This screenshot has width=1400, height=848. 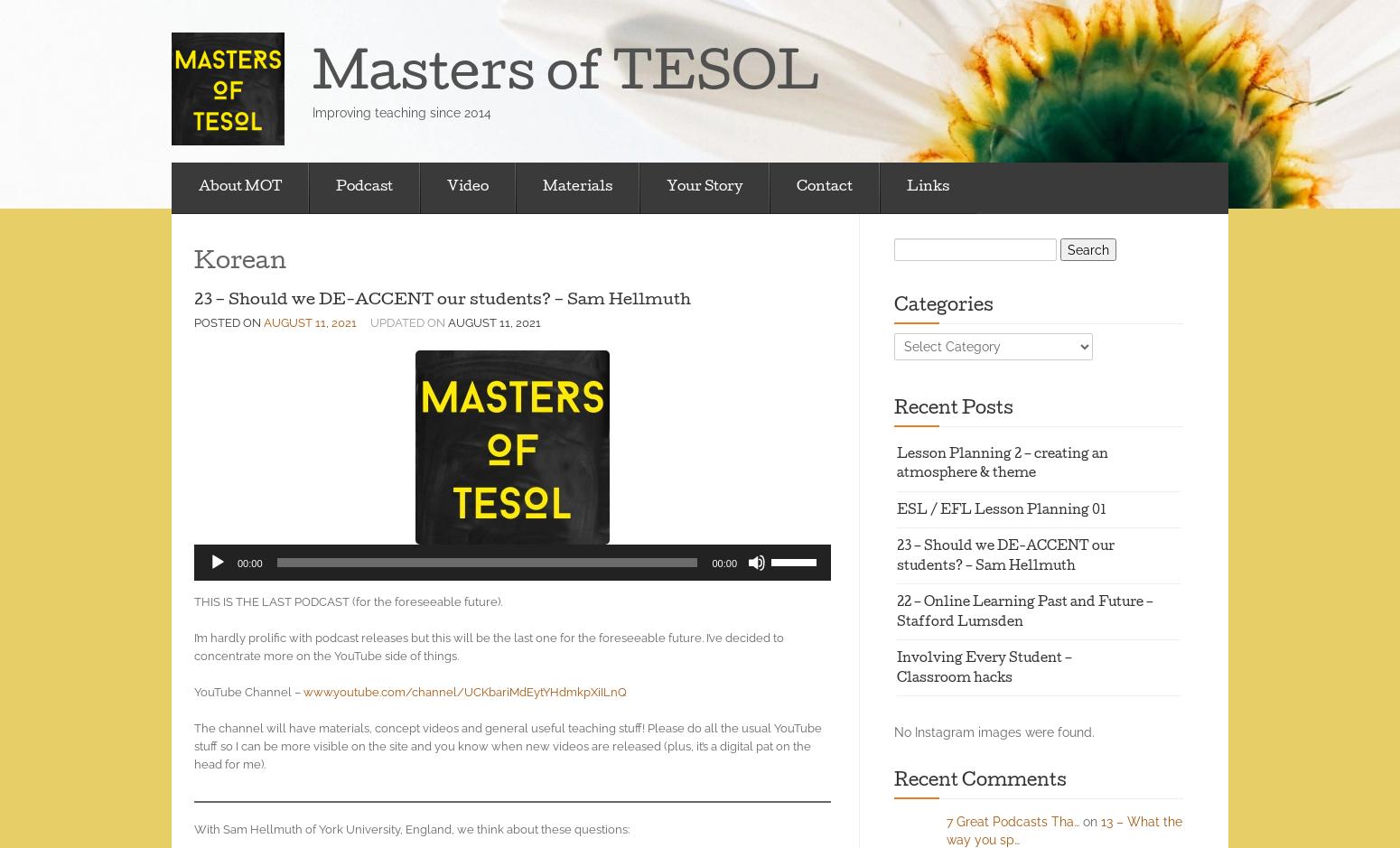 What do you see at coordinates (347, 601) in the screenshot?
I see `'THIS IS THE LAST PODCAST (for the foreseeable future).'` at bounding box center [347, 601].